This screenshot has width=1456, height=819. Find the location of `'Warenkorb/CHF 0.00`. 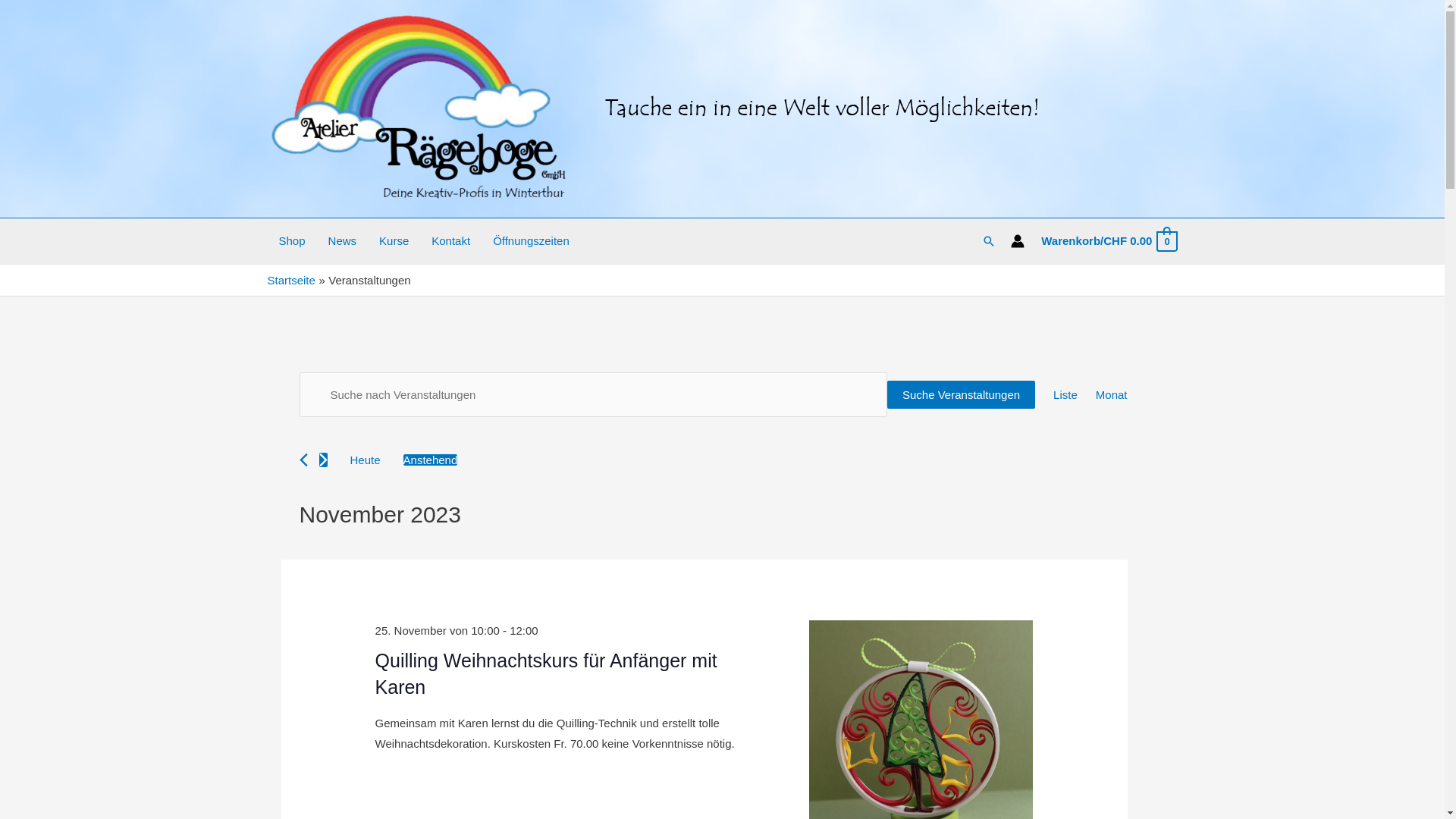

'Warenkorb/CHF 0.00 is located at coordinates (1108, 240).